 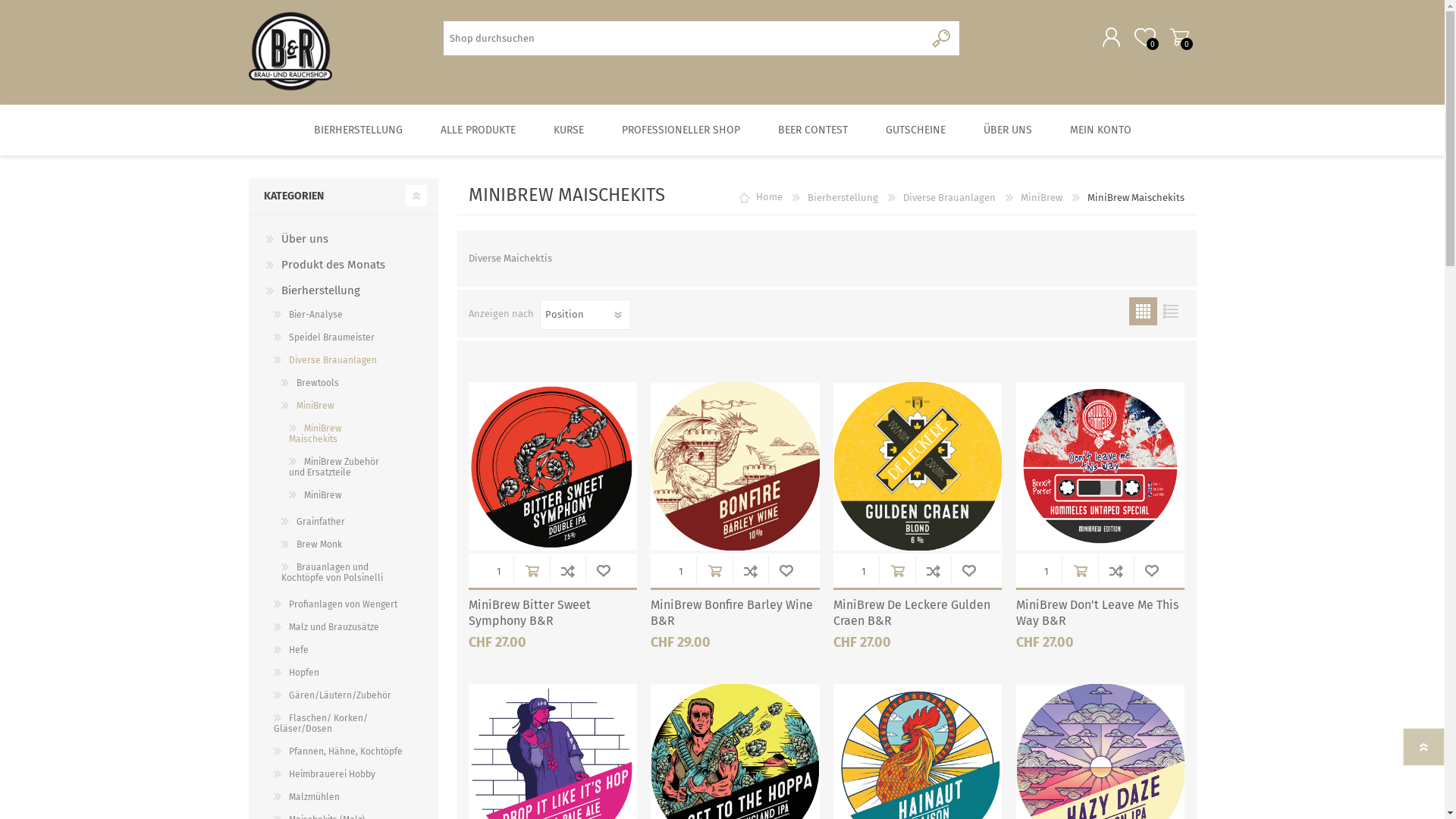 What do you see at coordinates (323, 336) in the screenshot?
I see `'Speidel Braumeister'` at bounding box center [323, 336].